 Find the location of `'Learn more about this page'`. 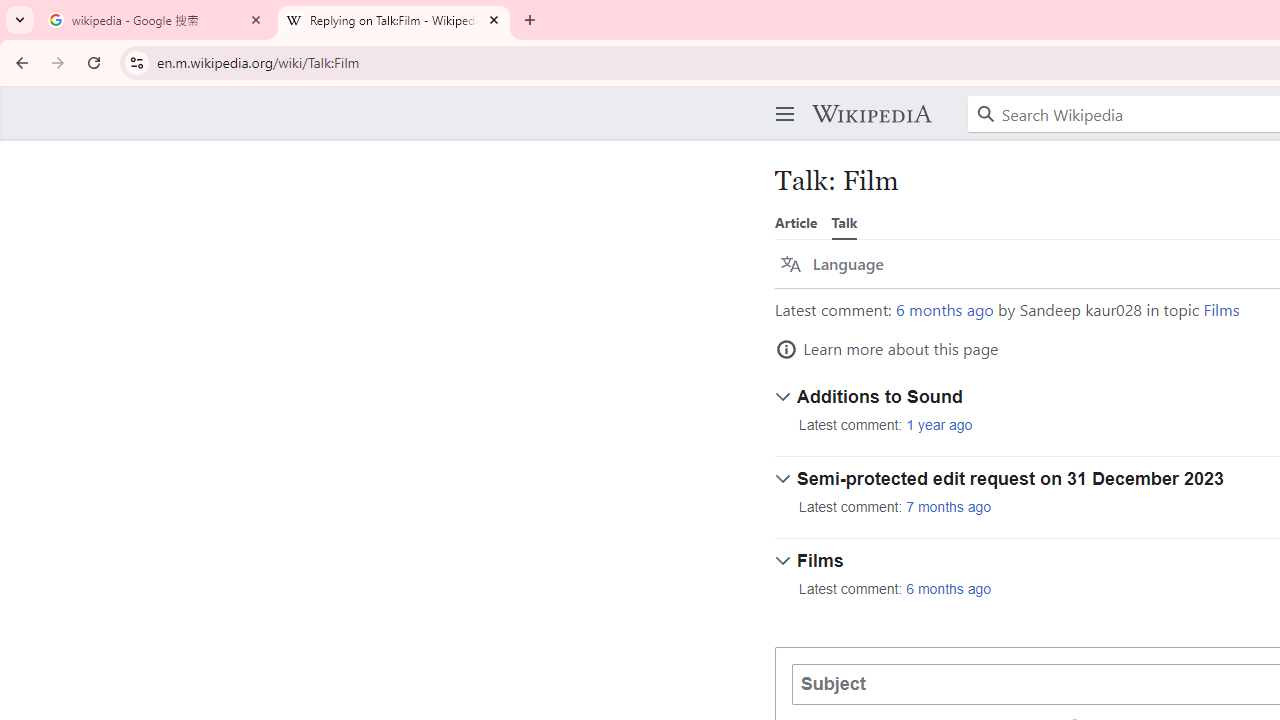

'Learn more about this page' is located at coordinates (886, 348).